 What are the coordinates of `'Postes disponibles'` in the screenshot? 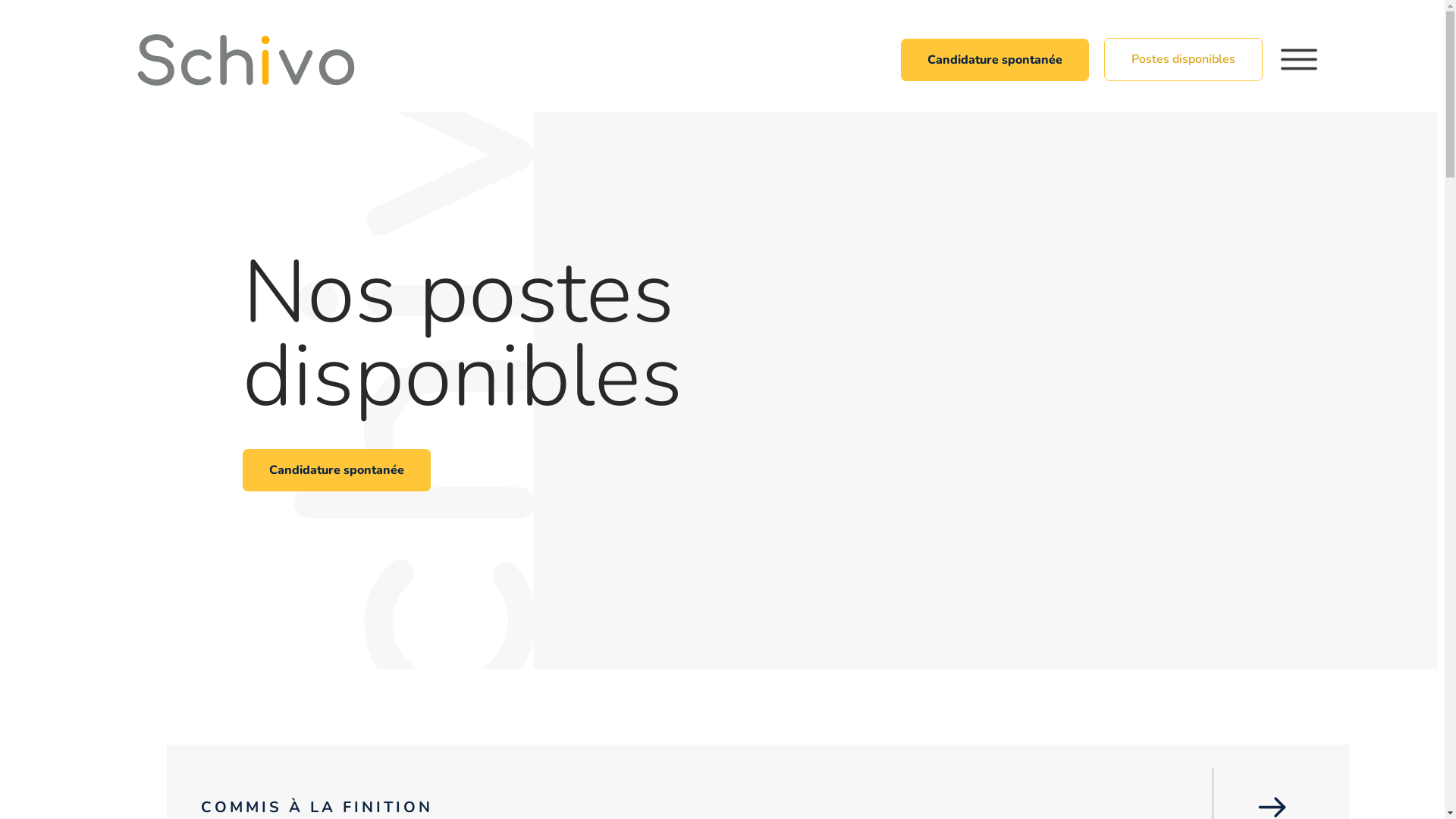 It's located at (1182, 58).